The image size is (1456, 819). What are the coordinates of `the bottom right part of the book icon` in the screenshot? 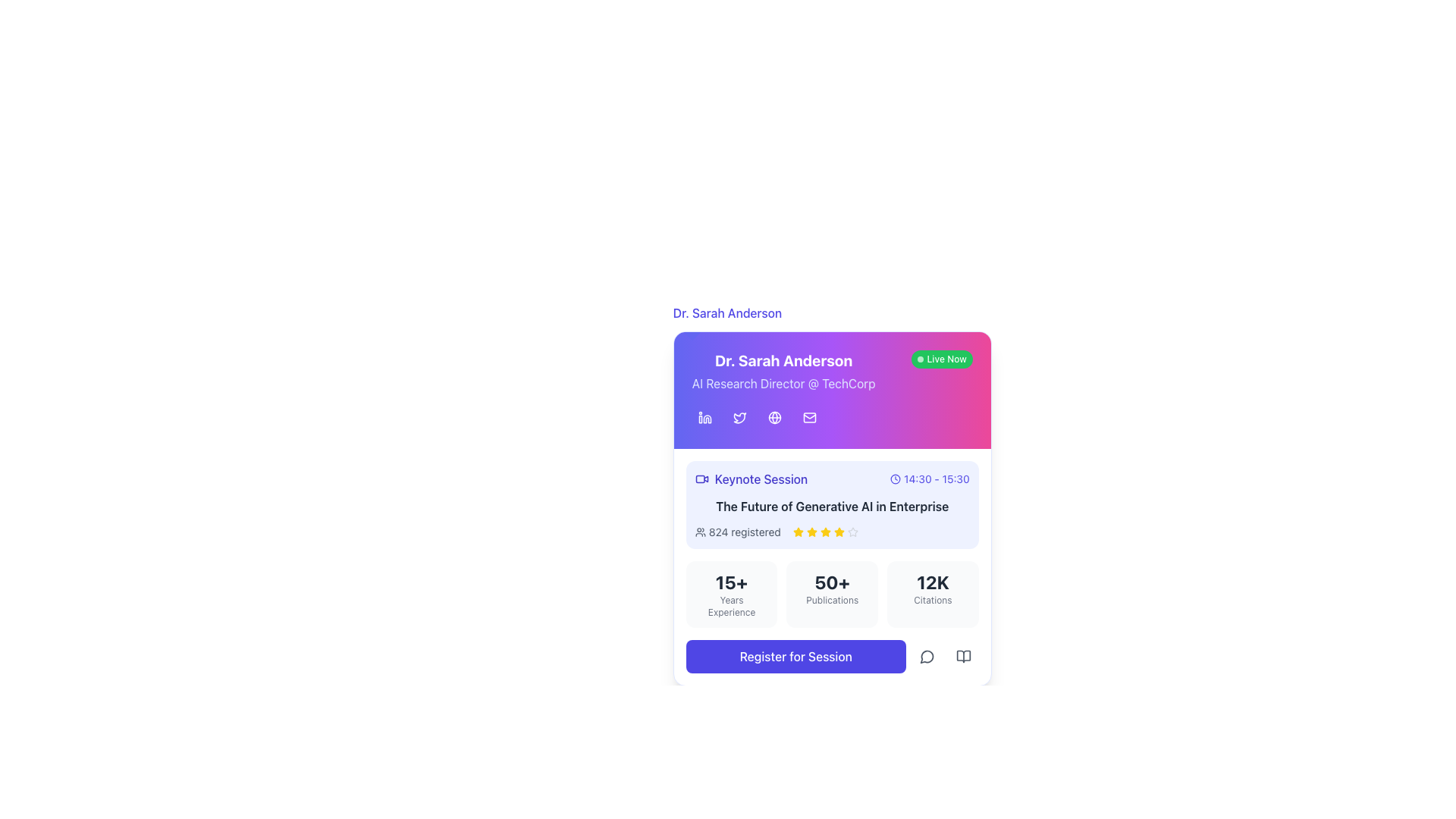 It's located at (962, 656).